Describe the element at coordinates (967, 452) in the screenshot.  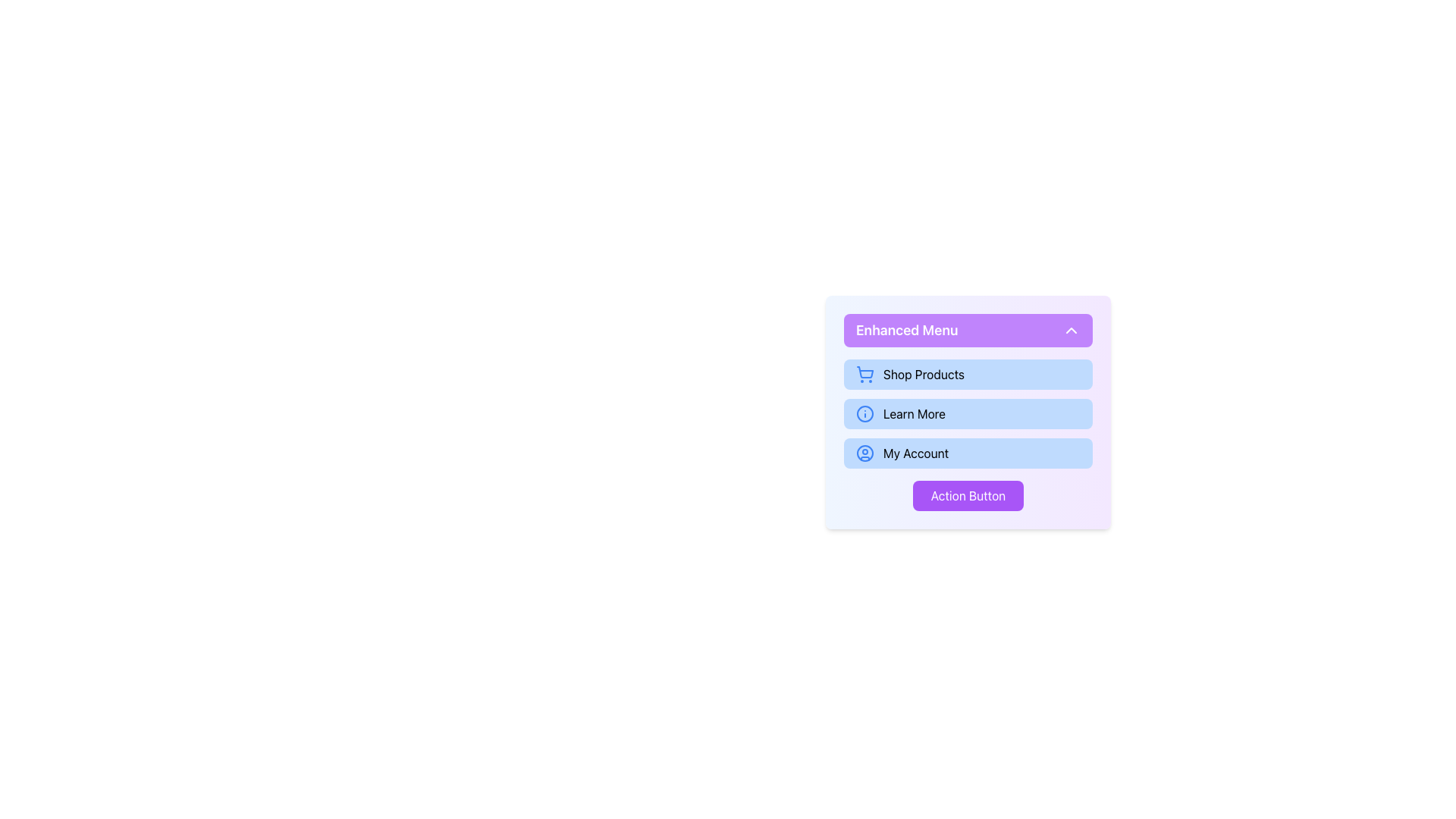
I see `the account information button, which is the third button in a vertical list within a menu box, located below the 'Learn More' button and above the 'Action Button'` at that location.